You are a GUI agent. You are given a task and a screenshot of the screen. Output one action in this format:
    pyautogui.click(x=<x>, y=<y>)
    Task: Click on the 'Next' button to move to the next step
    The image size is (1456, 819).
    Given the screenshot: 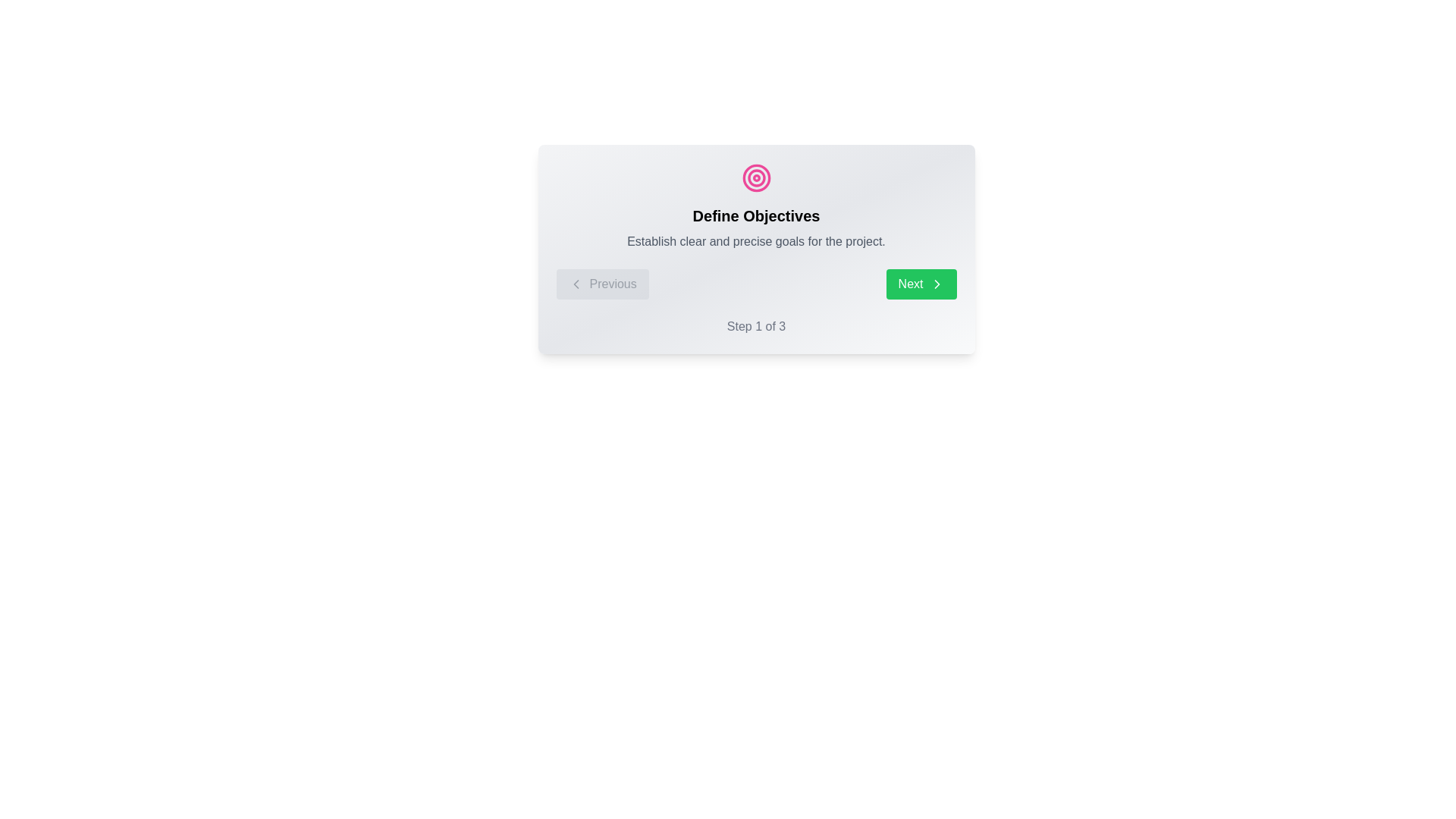 What is the action you would take?
    pyautogui.click(x=920, y=284)
    